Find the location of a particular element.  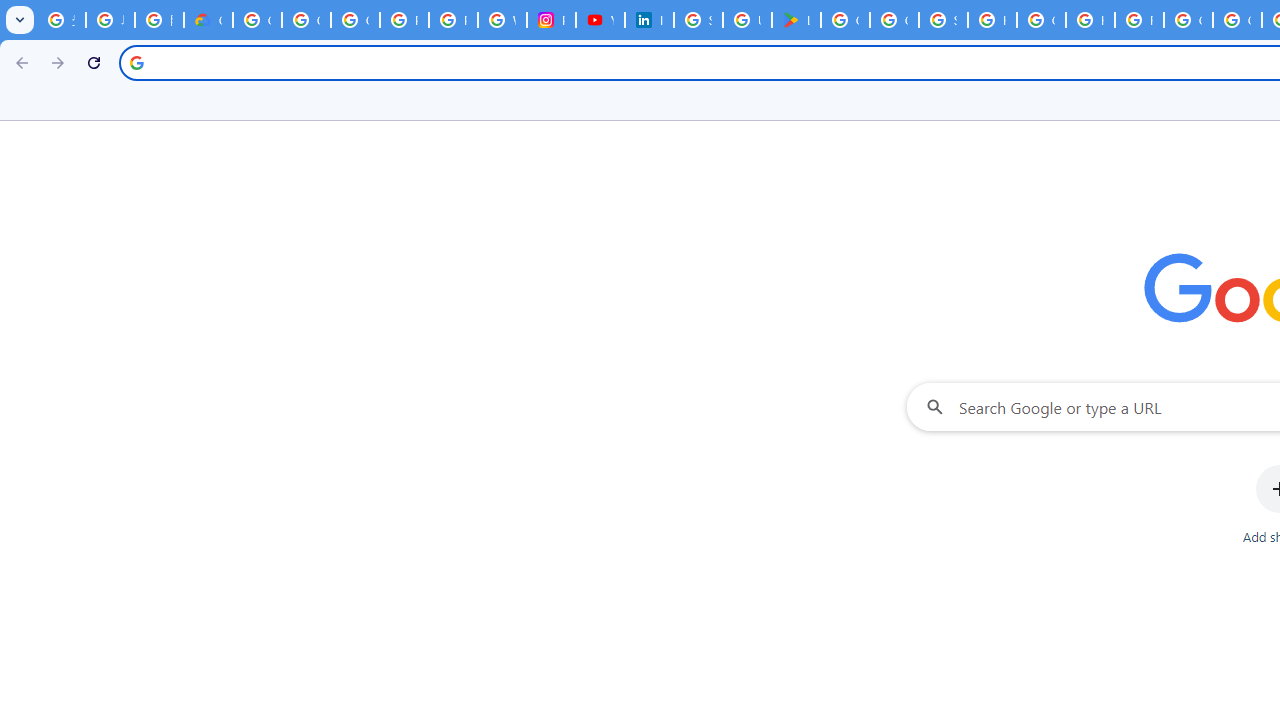

'Last Shelter: Survival - Apps on Google Play' is located at coordinates (795, 20).